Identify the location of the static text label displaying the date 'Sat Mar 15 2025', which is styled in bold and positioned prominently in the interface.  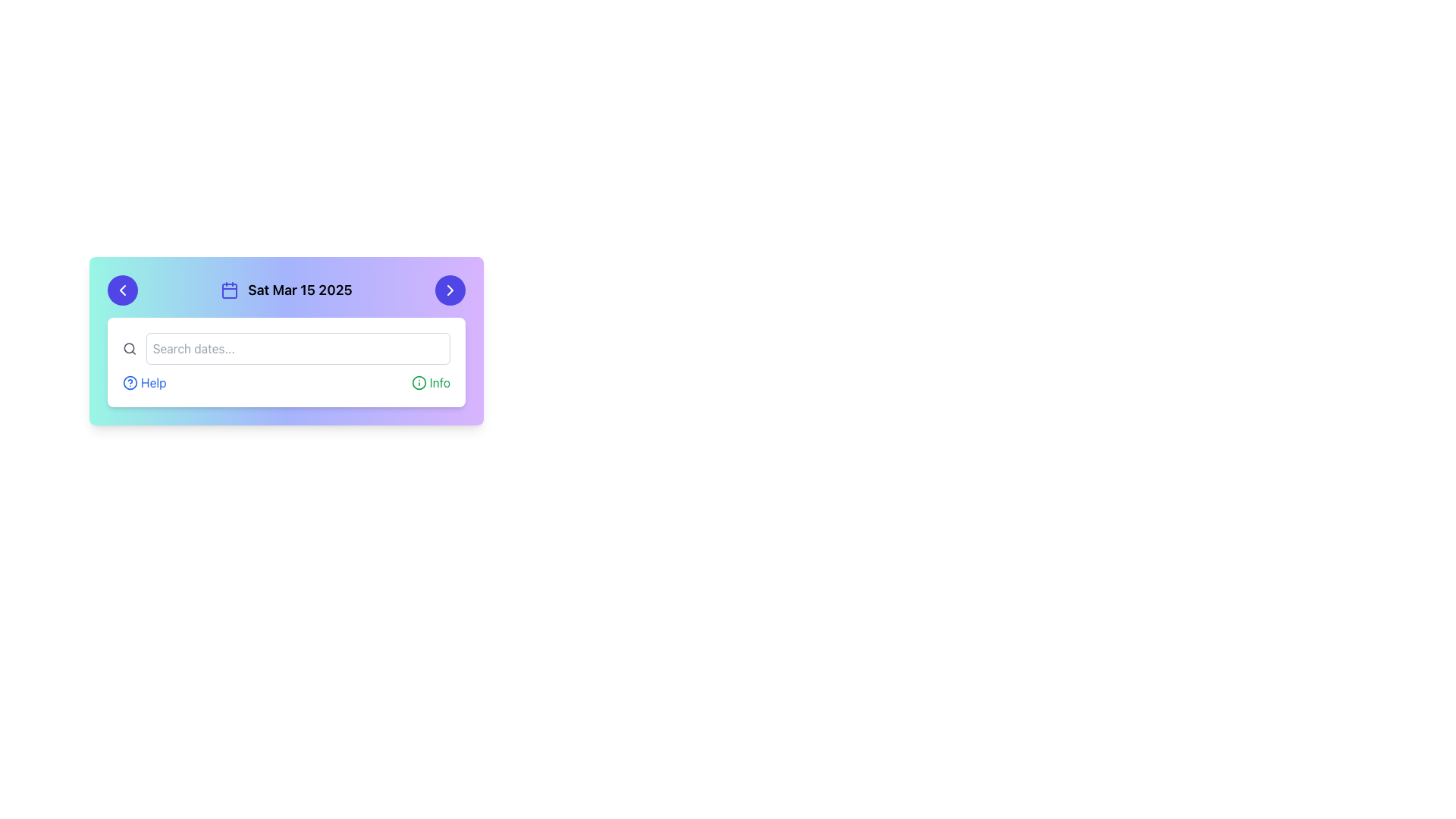
(300, 290).